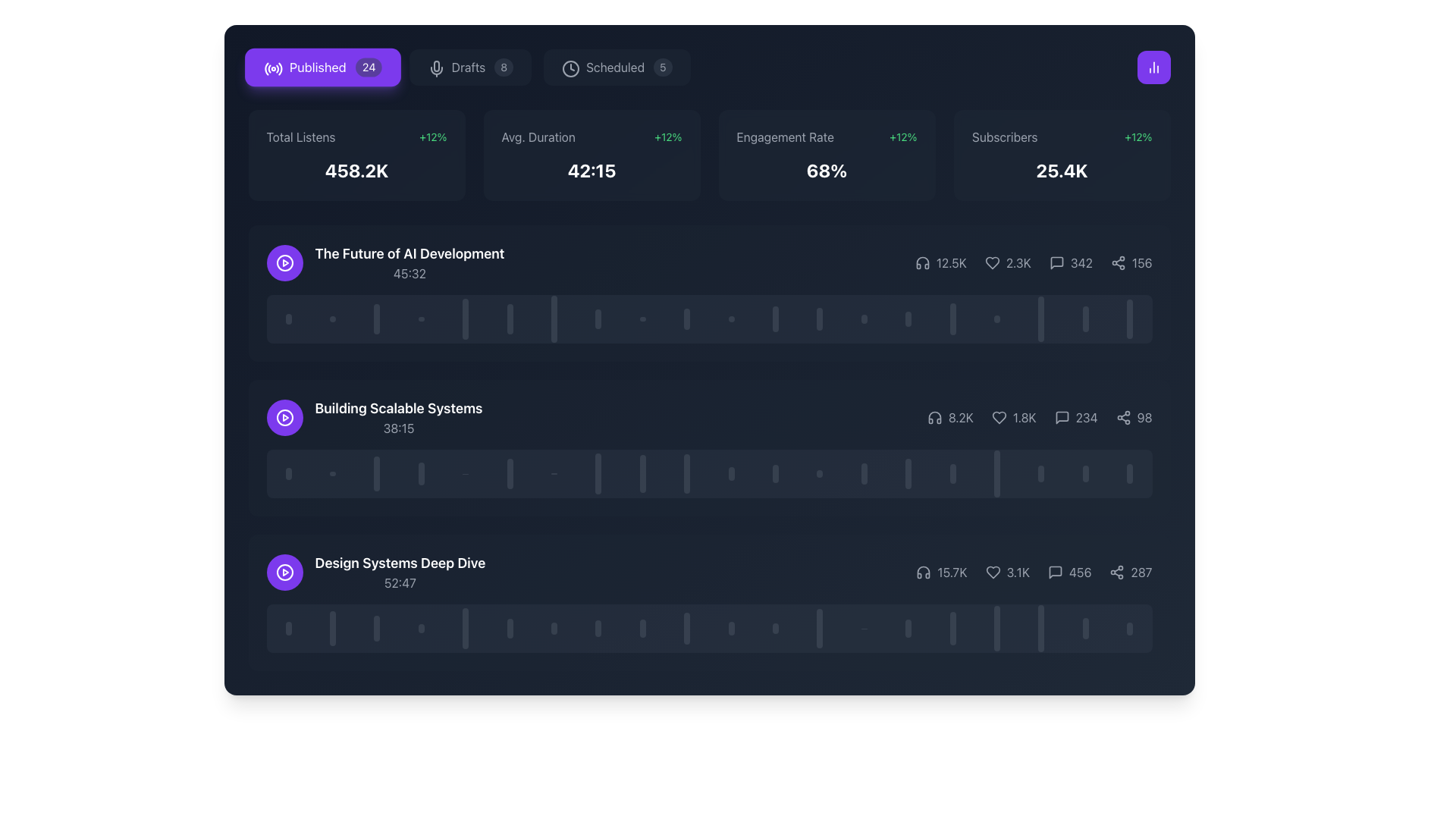 This screenshot has width=1456, height=819. Describe the element at coordinates (993, 573) in the screenshot. I see `the heart icon located in the lower portion of the interface, representing the 'like' function for the content item 'Design Systems Deep Dive'` at that location.